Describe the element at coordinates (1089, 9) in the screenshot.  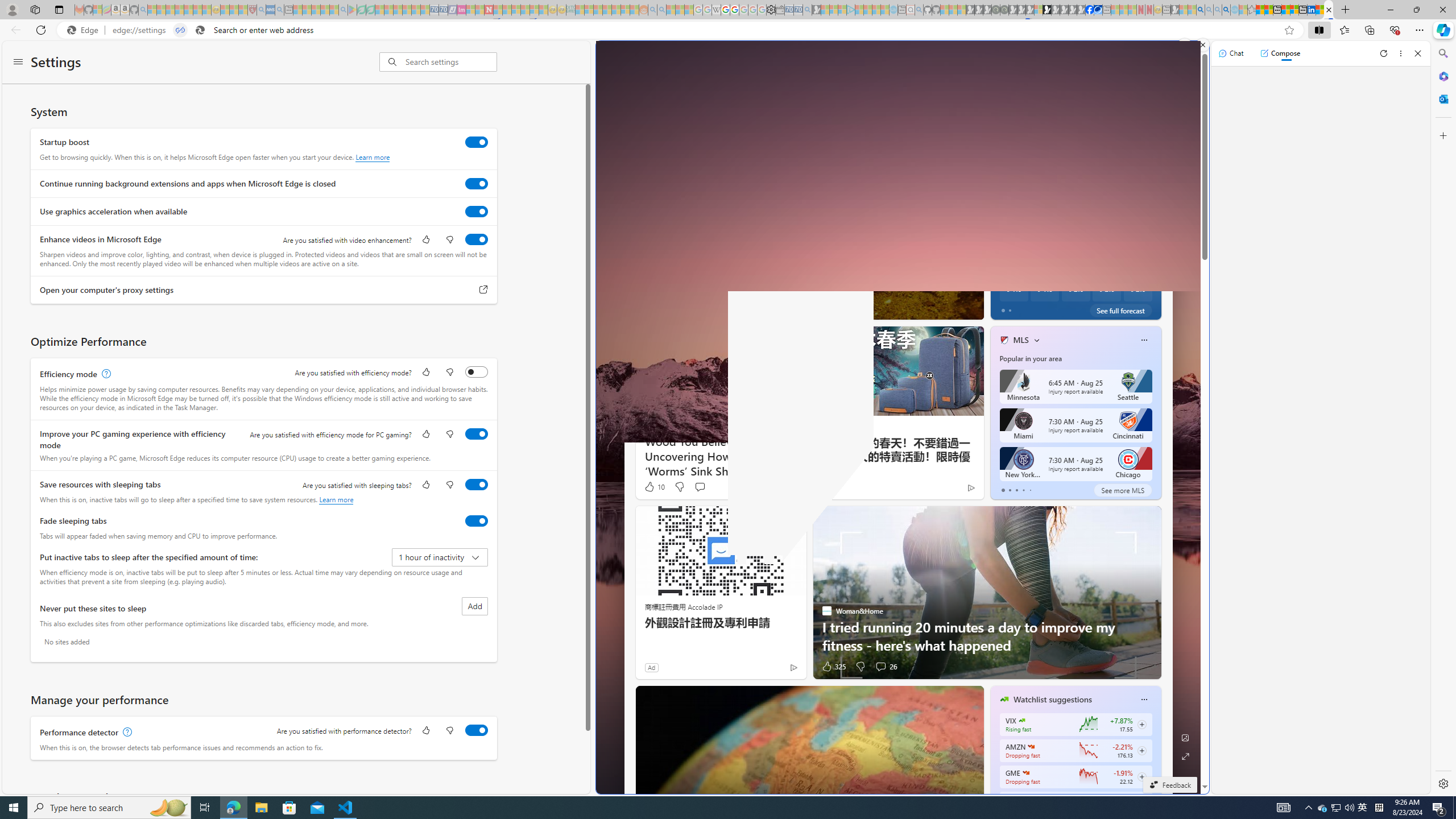
I see `'Nordace | Facebook'` at that location.